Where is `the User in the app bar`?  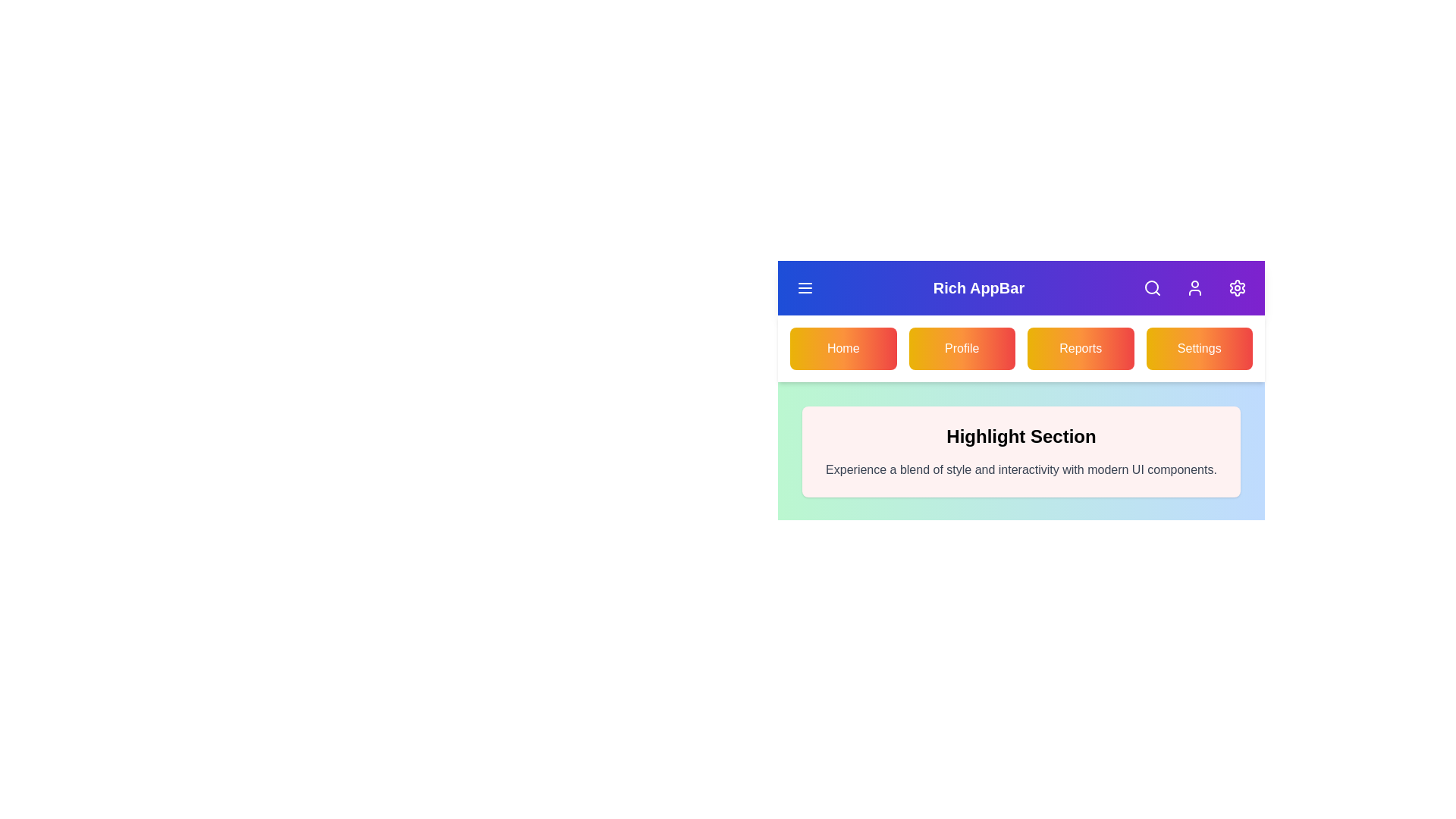
the User in the app bar is located at coordinates (1194, 288).